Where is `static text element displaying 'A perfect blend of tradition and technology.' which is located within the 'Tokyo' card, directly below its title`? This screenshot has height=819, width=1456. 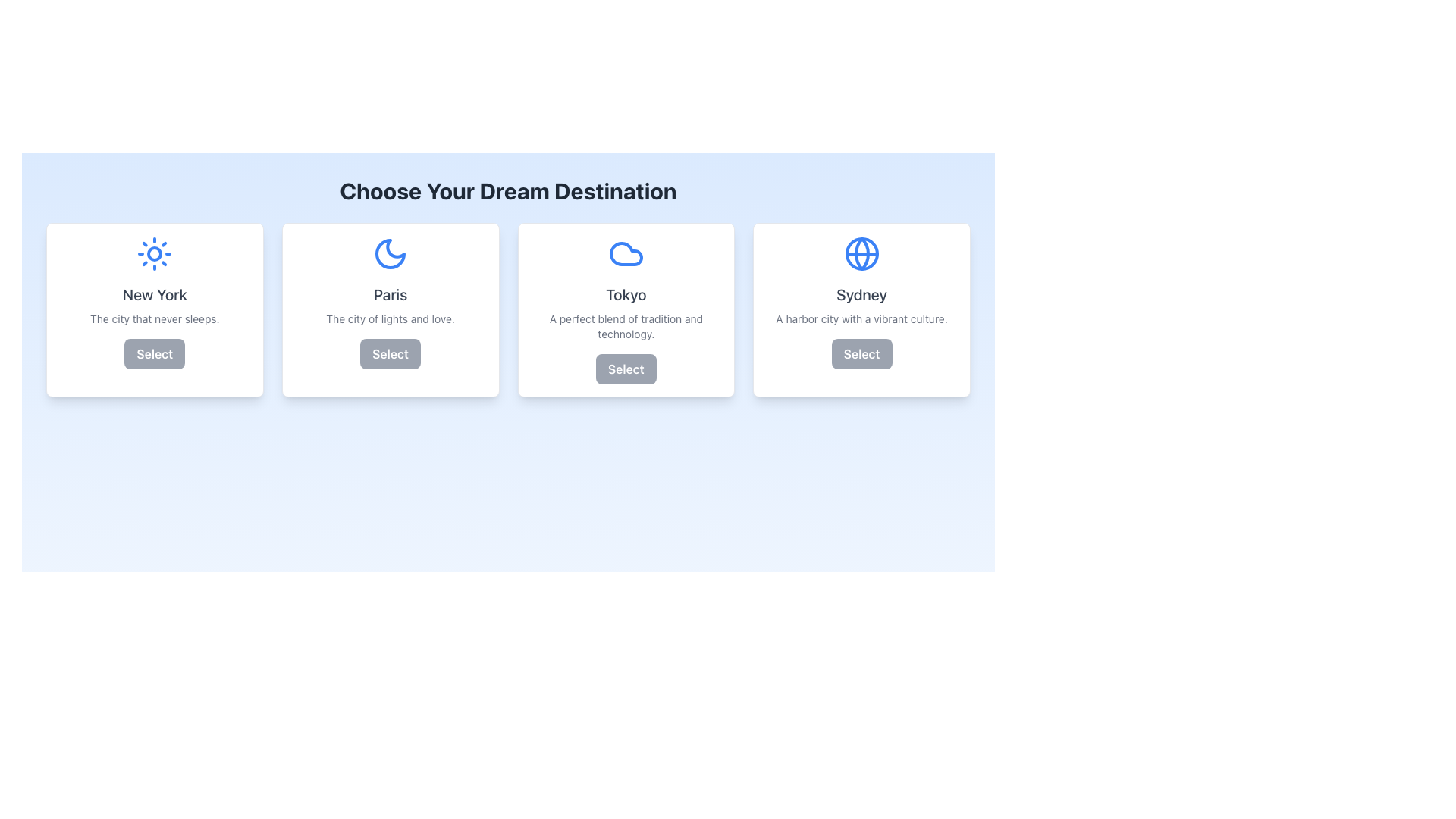
static text element displaying 'A perfect blend of tradition and technology.' which is located within the 'Tokyo' card, directly below its title is located at coordinates (626, 326).